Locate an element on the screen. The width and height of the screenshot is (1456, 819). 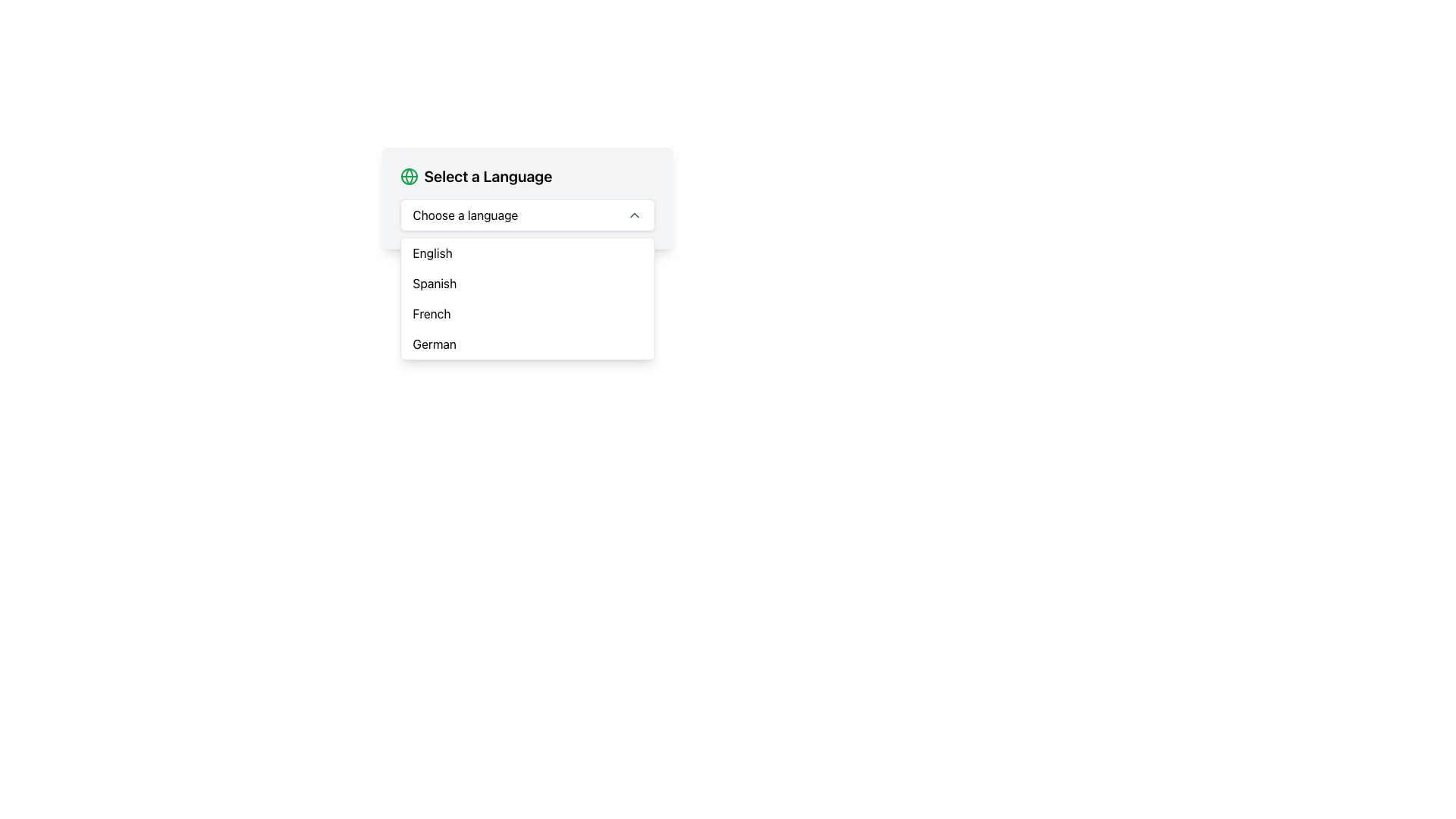
the icon that toggles the dropdown menu for language selection, located to the far right within the 'Choose a language' selection box is located at coordinates (634, 215).